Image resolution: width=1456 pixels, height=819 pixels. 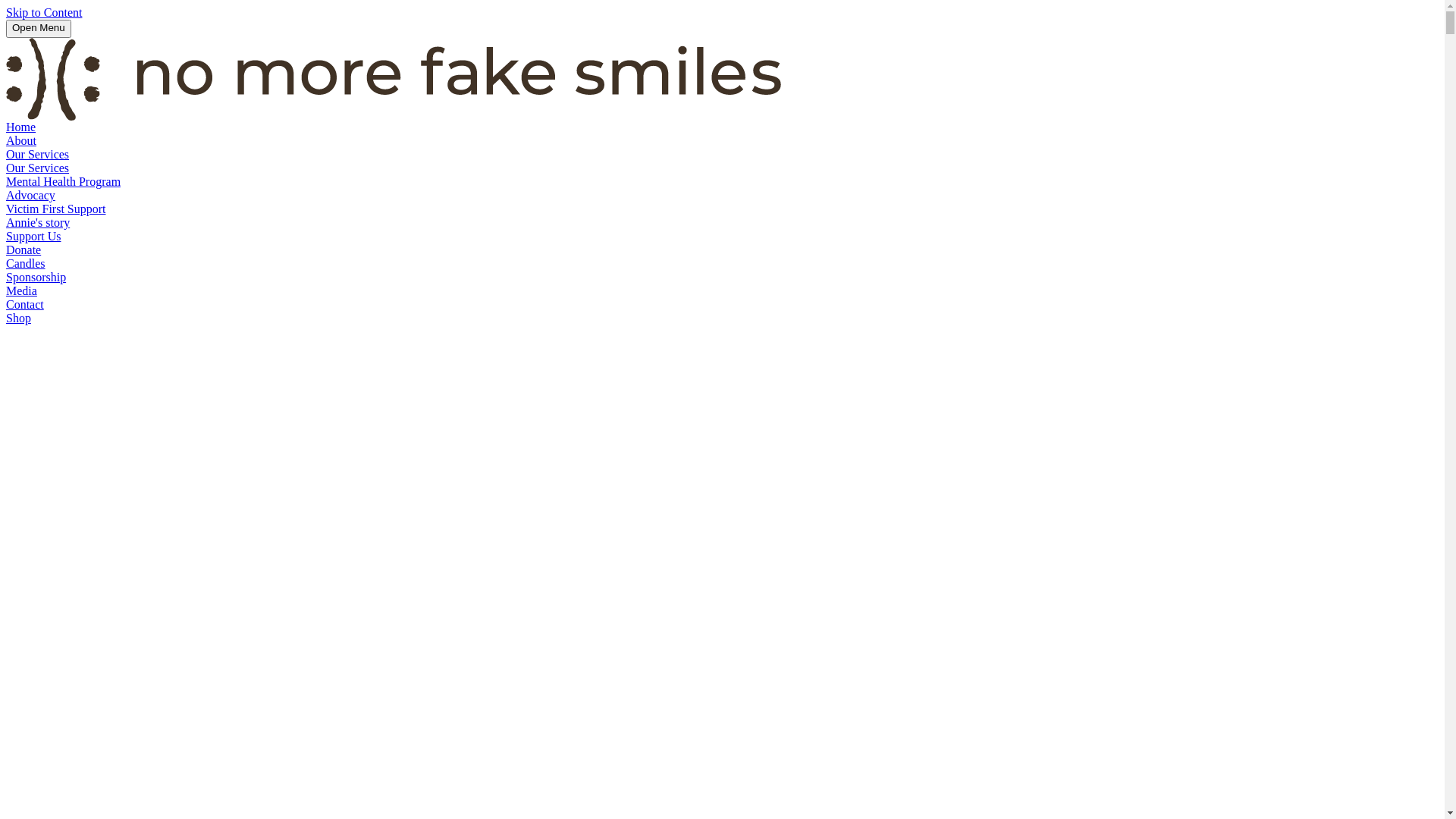 I want to click on 'Sponsorship', so click(x=36, y=277).